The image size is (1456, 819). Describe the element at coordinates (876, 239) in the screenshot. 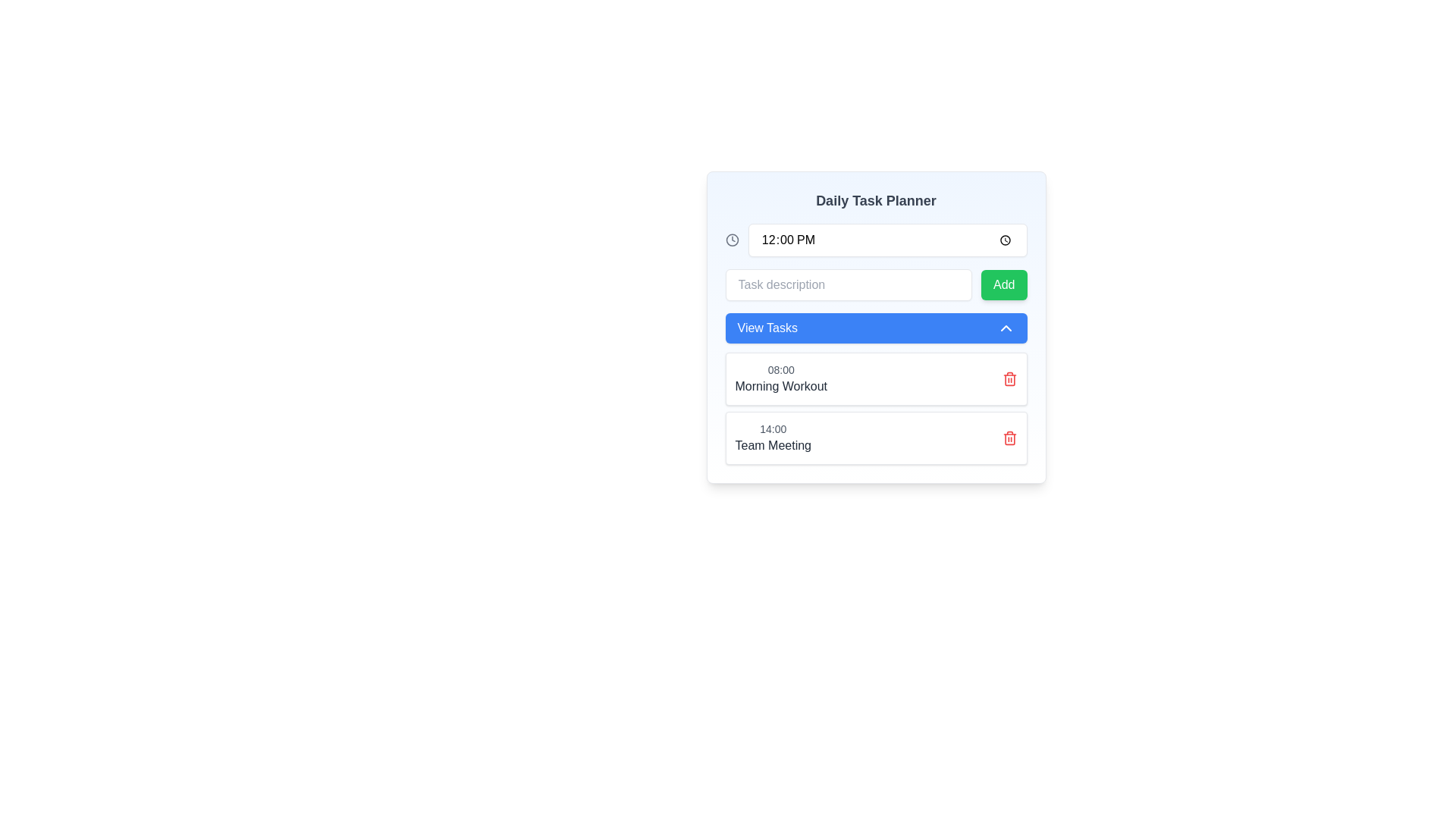

I see `the time entry field of the Time input component for editing` at that location.